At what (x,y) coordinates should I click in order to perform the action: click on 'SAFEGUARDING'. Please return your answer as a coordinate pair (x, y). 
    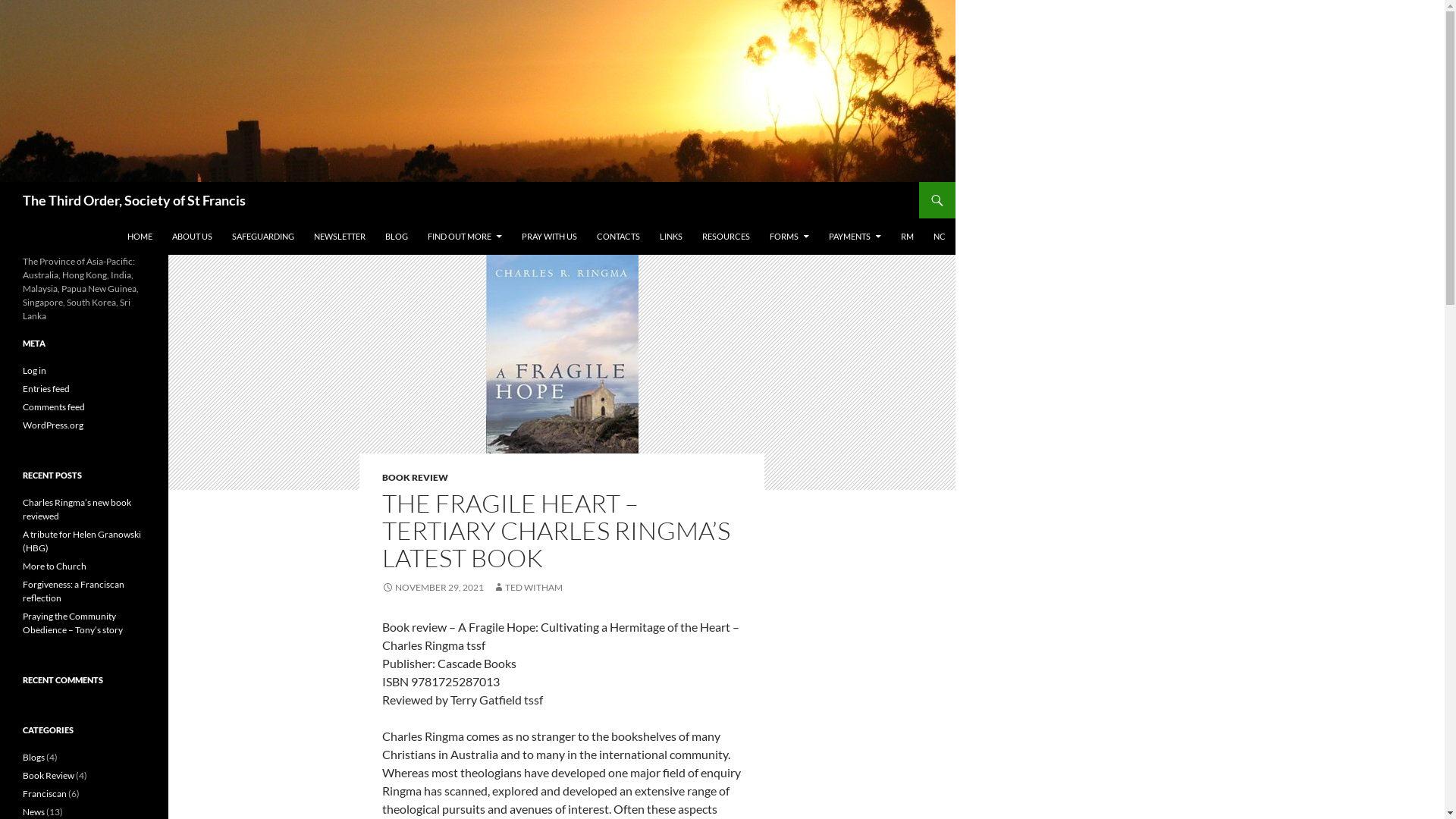
    Looking at the image, I should click on (262, 237).